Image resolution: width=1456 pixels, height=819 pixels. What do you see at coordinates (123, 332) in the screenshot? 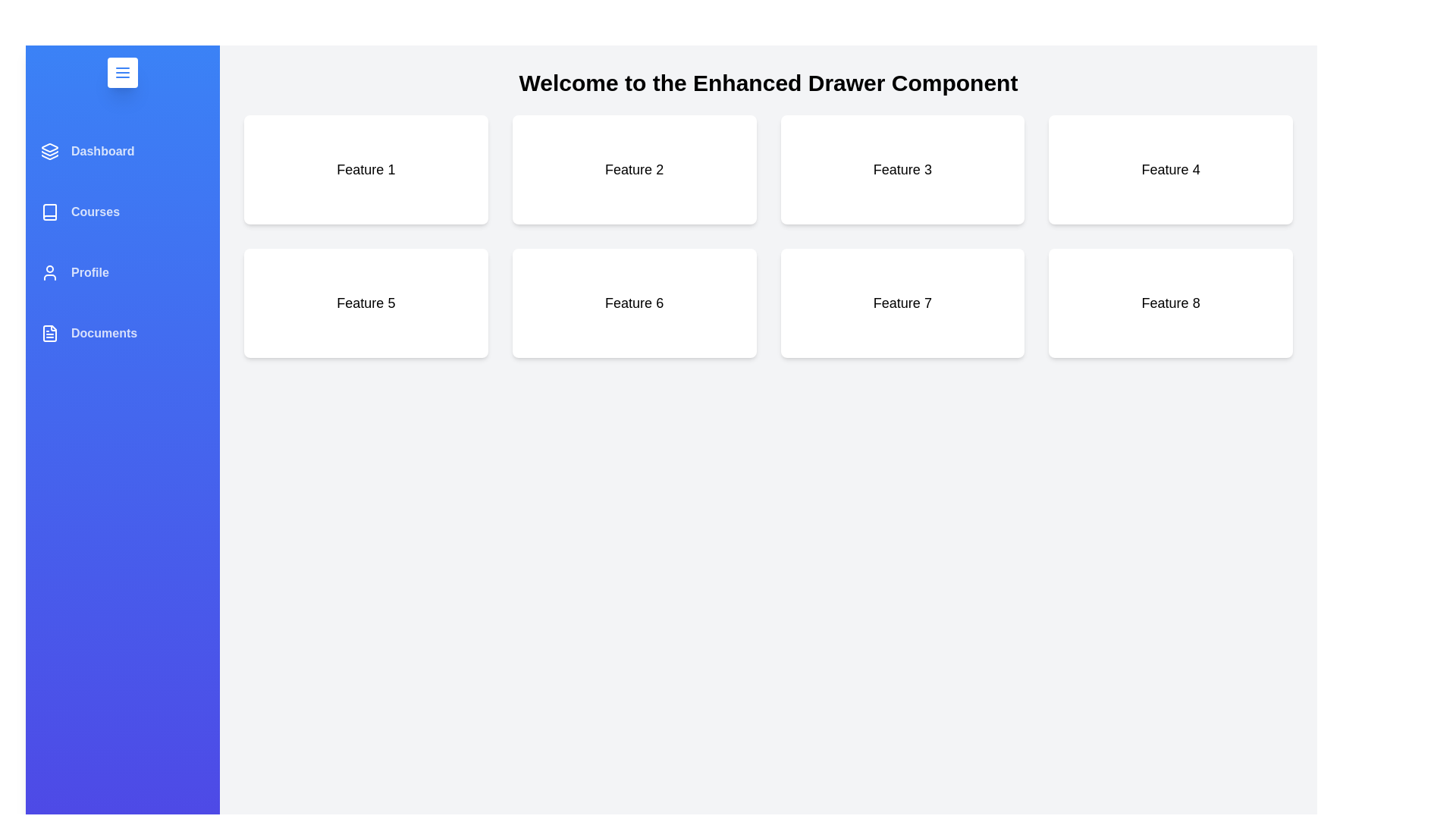
I see `the menu item Documents from the drawer` at bounding box center [123, 332].